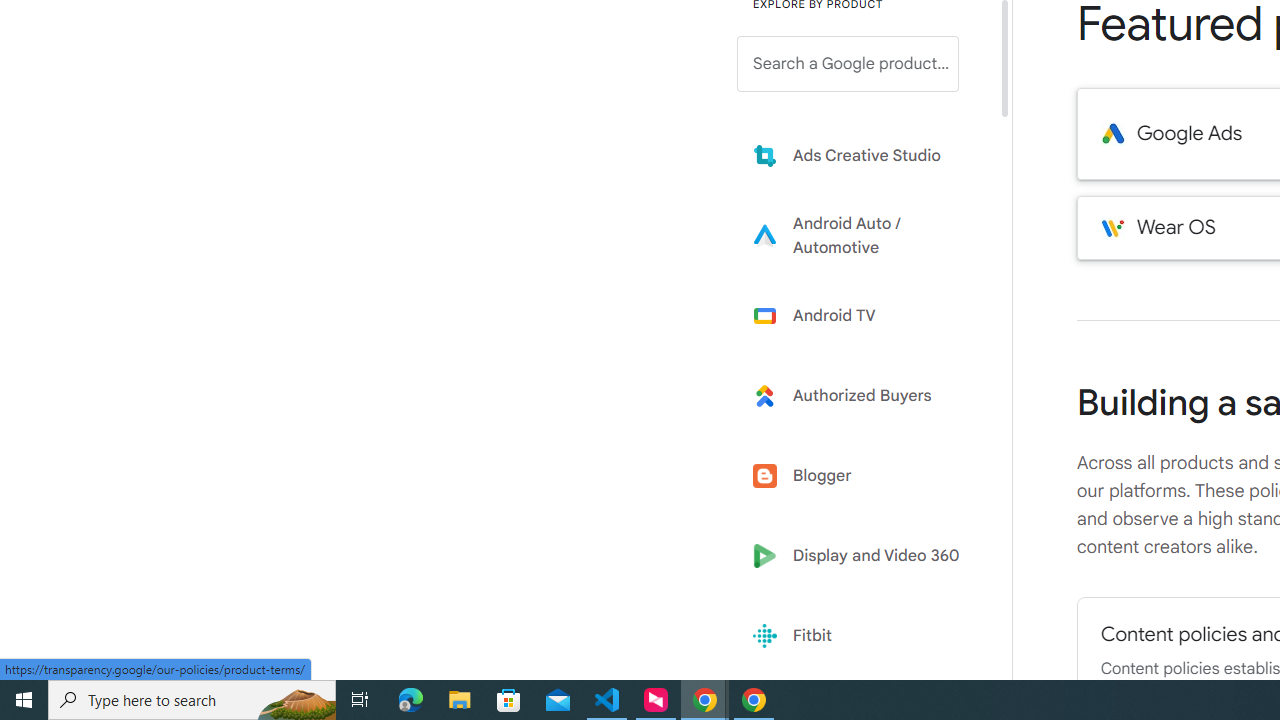 The image size is (1280, 720). What do you see at coordinates (862, 315) in the screenshot?
I see `'Learn more about Android TV'` at bounding box center [862, 315].